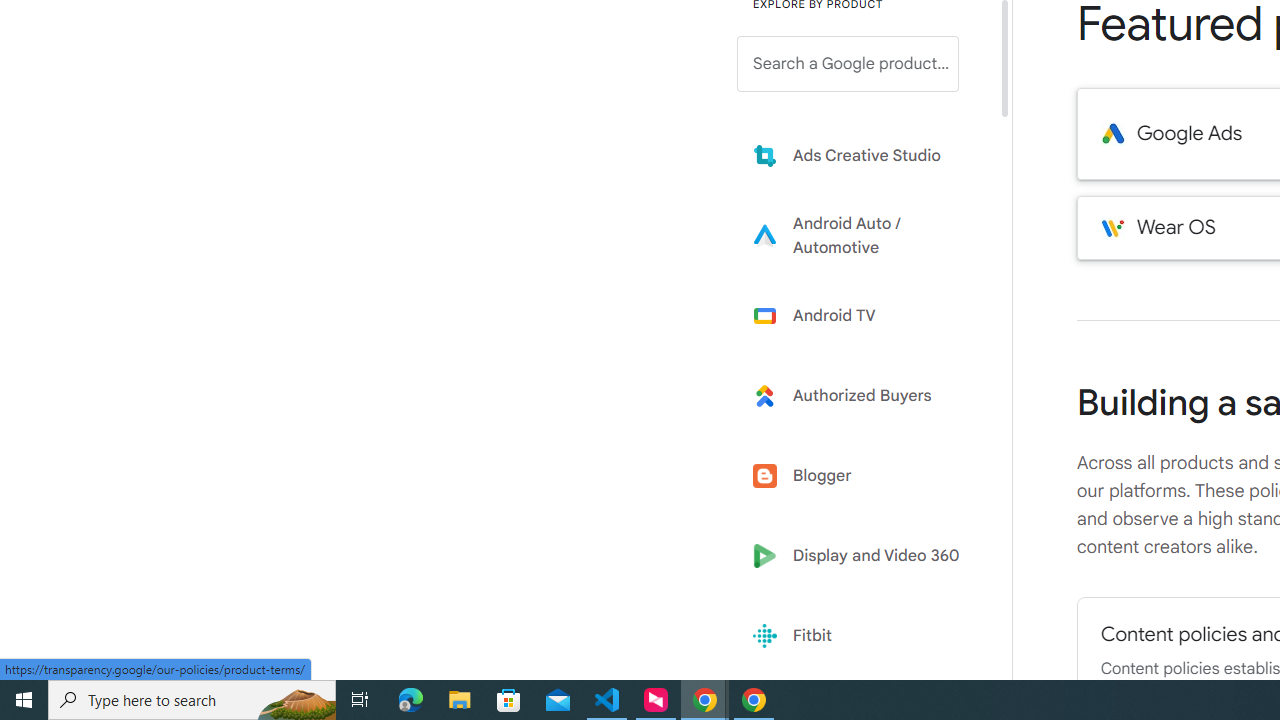 The image size is (1280, 720). What do you see at coordinates (862, 315) in the screenshot?
I see `'Learn more about Android TV'` at bounding box center [862, 315].